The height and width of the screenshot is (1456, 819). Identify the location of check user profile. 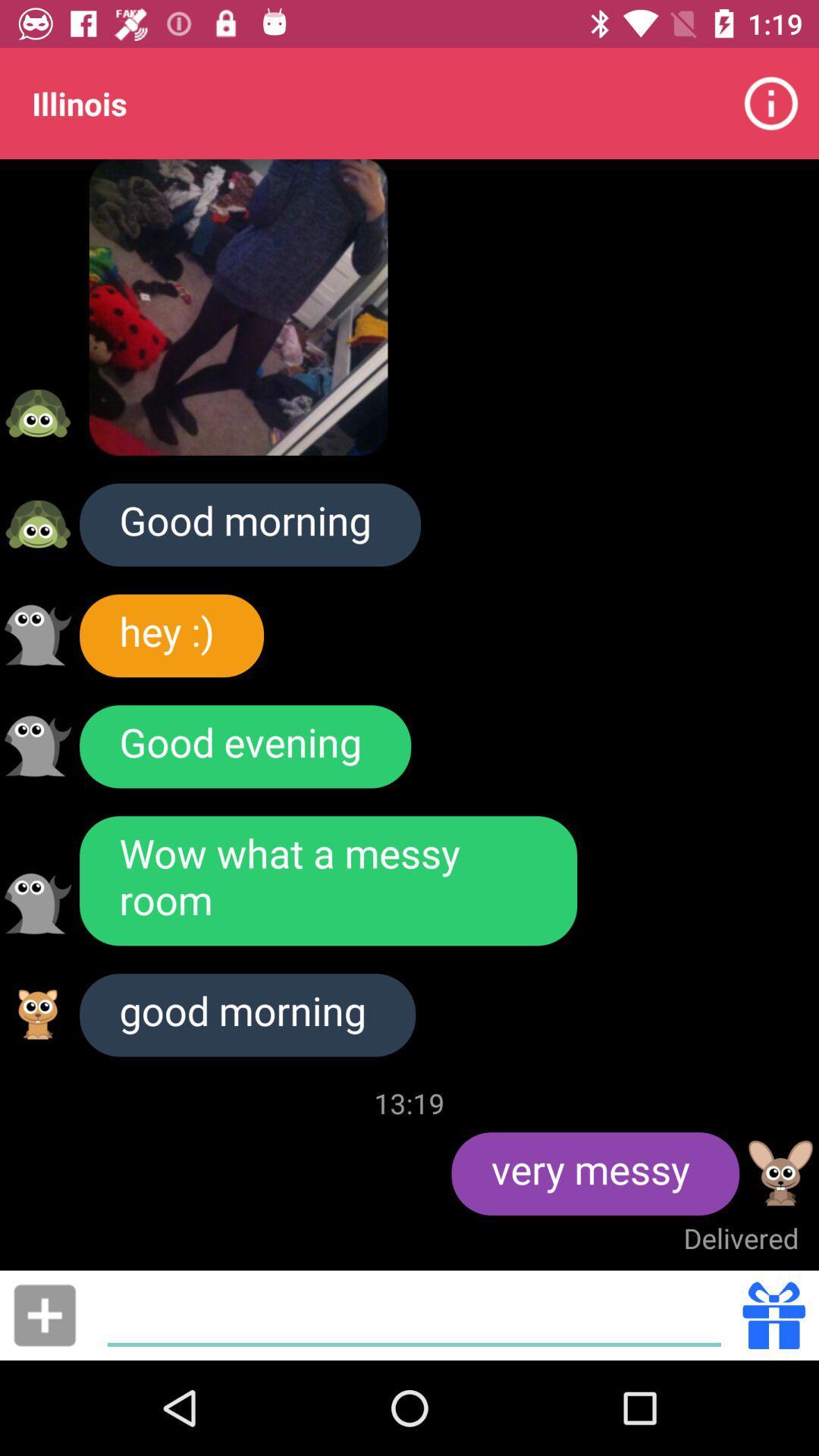
(780, 1172).